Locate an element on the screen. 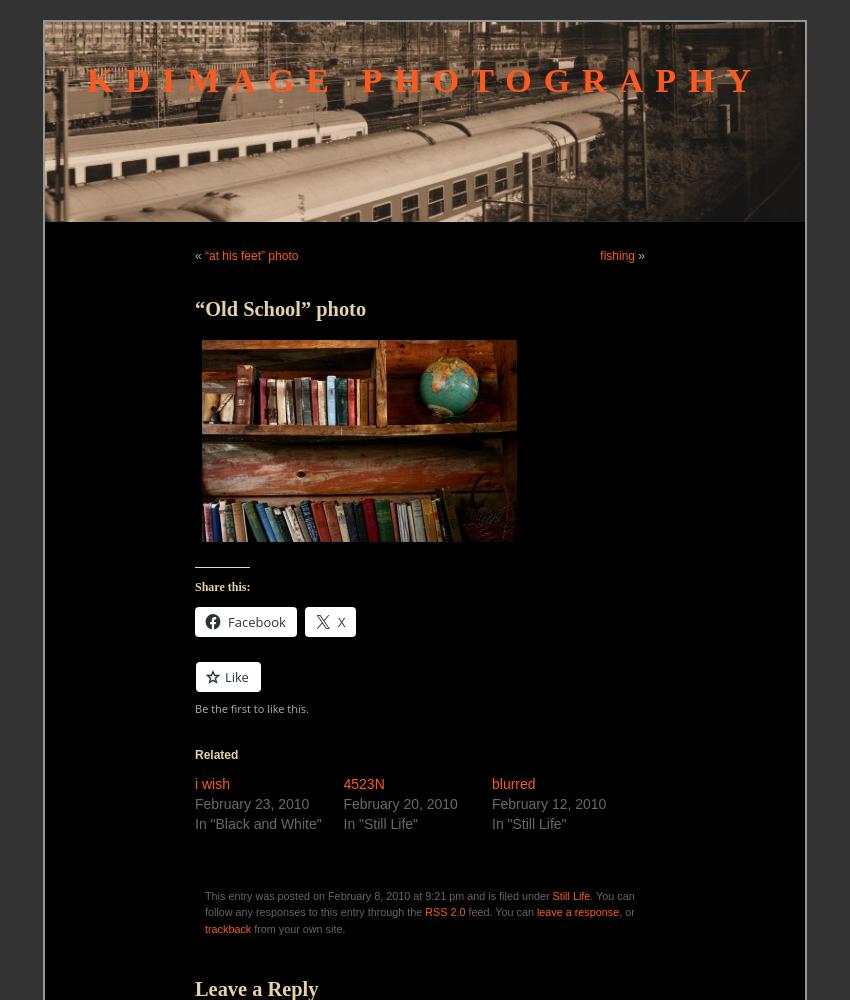  '.						You can follow any responses to this entry through the' is located at coordinates (419, 904).